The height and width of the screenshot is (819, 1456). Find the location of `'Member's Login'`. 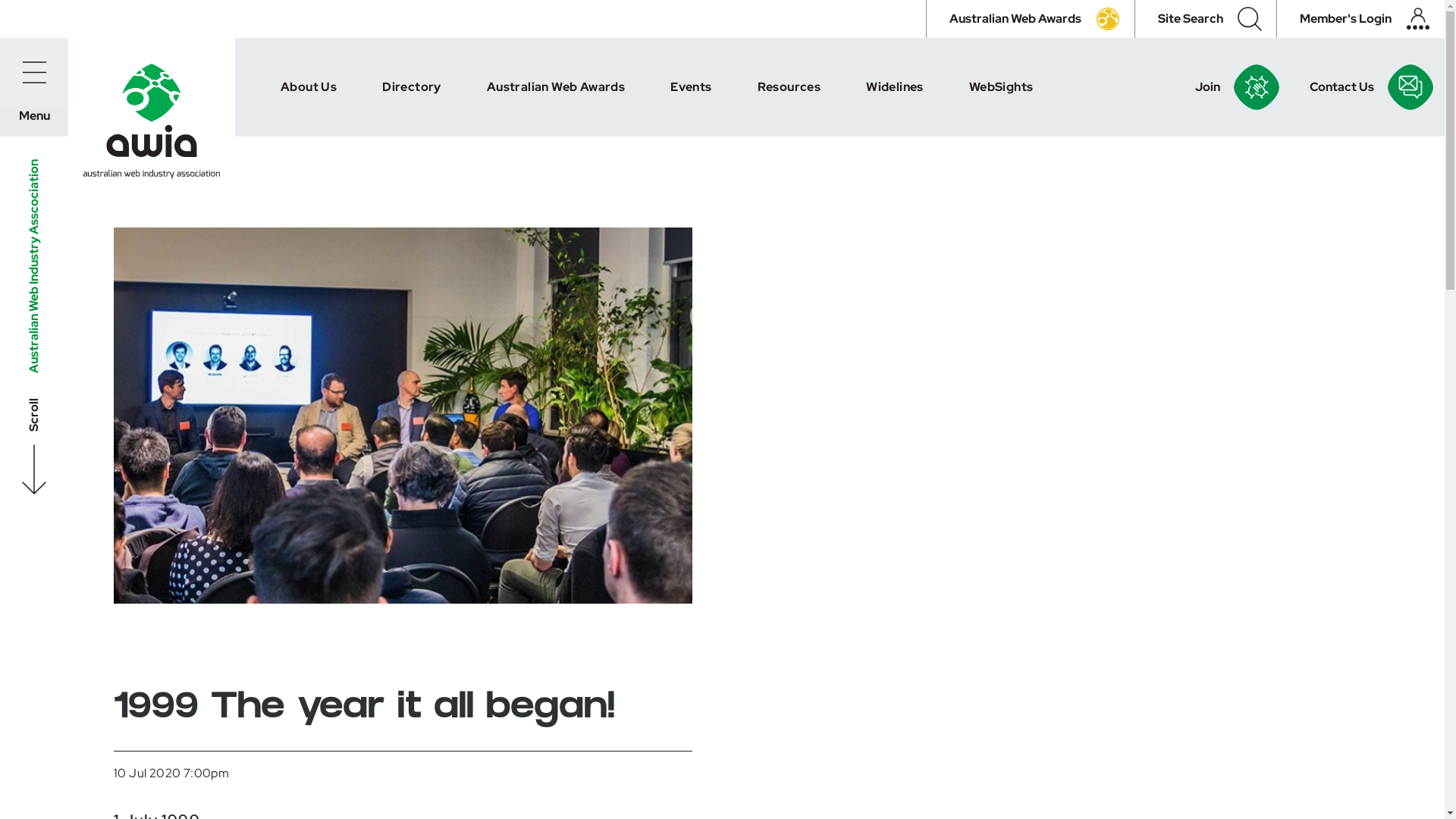

'Member's Login' is located at coordinates (1360, 18).